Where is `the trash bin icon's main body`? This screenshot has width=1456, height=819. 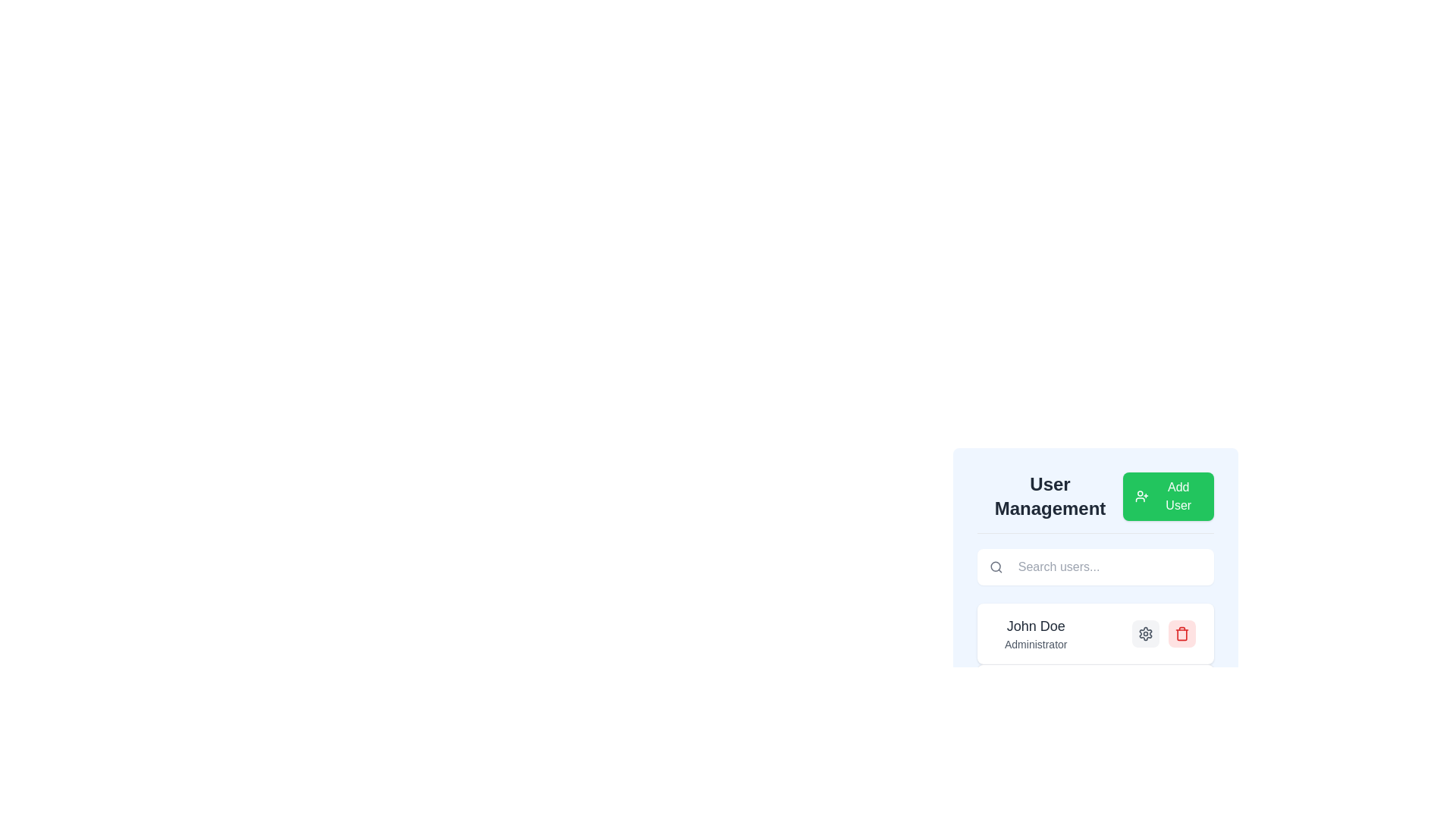 the trash bin icon's main body is located at coordinates (1181, 635).